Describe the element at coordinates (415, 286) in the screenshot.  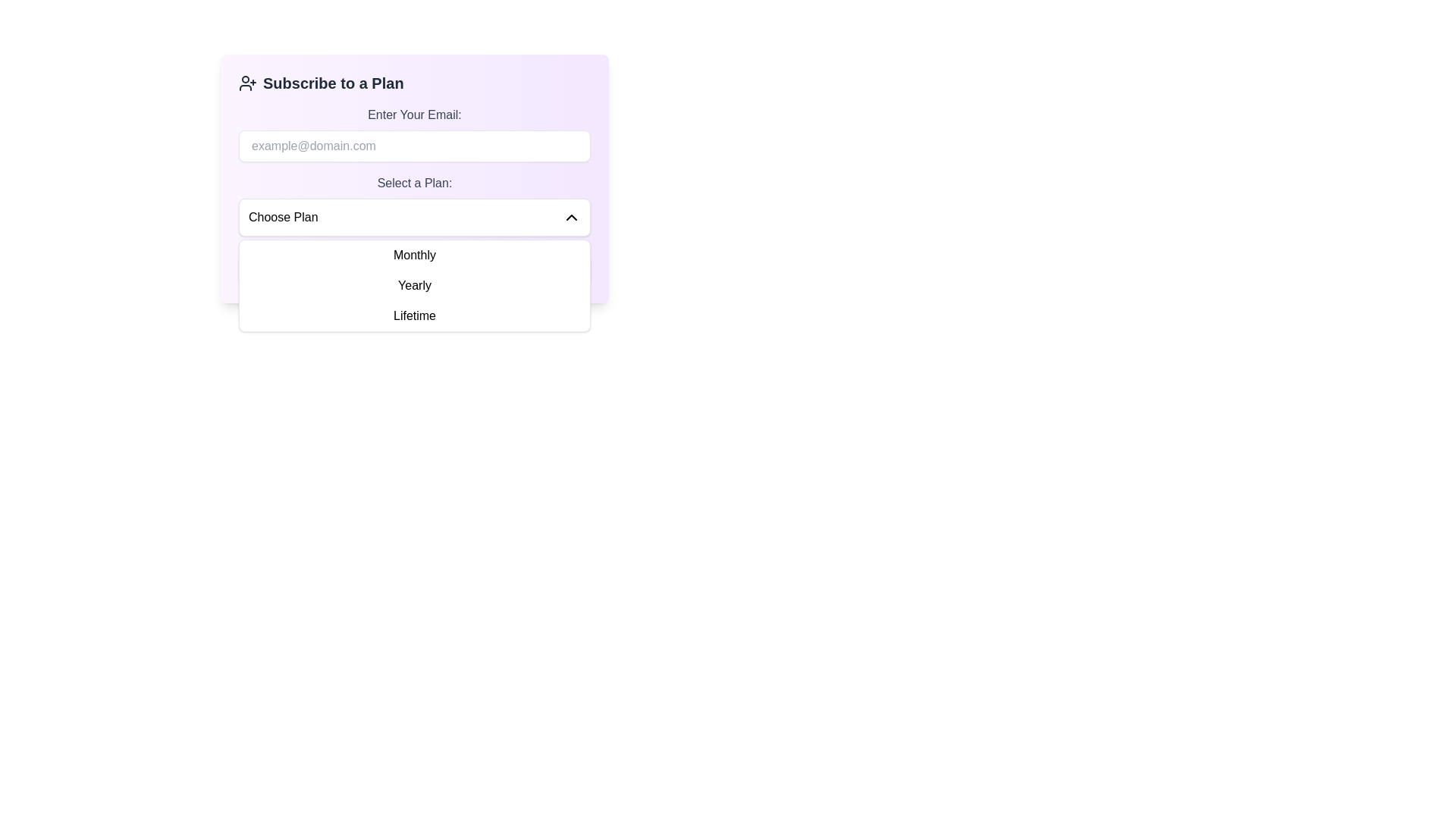
I see `the 'Yearly' option in the subscription plan menu, which is the second item in a vertical list of three options ('Monthly', 'Yearly', 'Lifetime')` at that location.